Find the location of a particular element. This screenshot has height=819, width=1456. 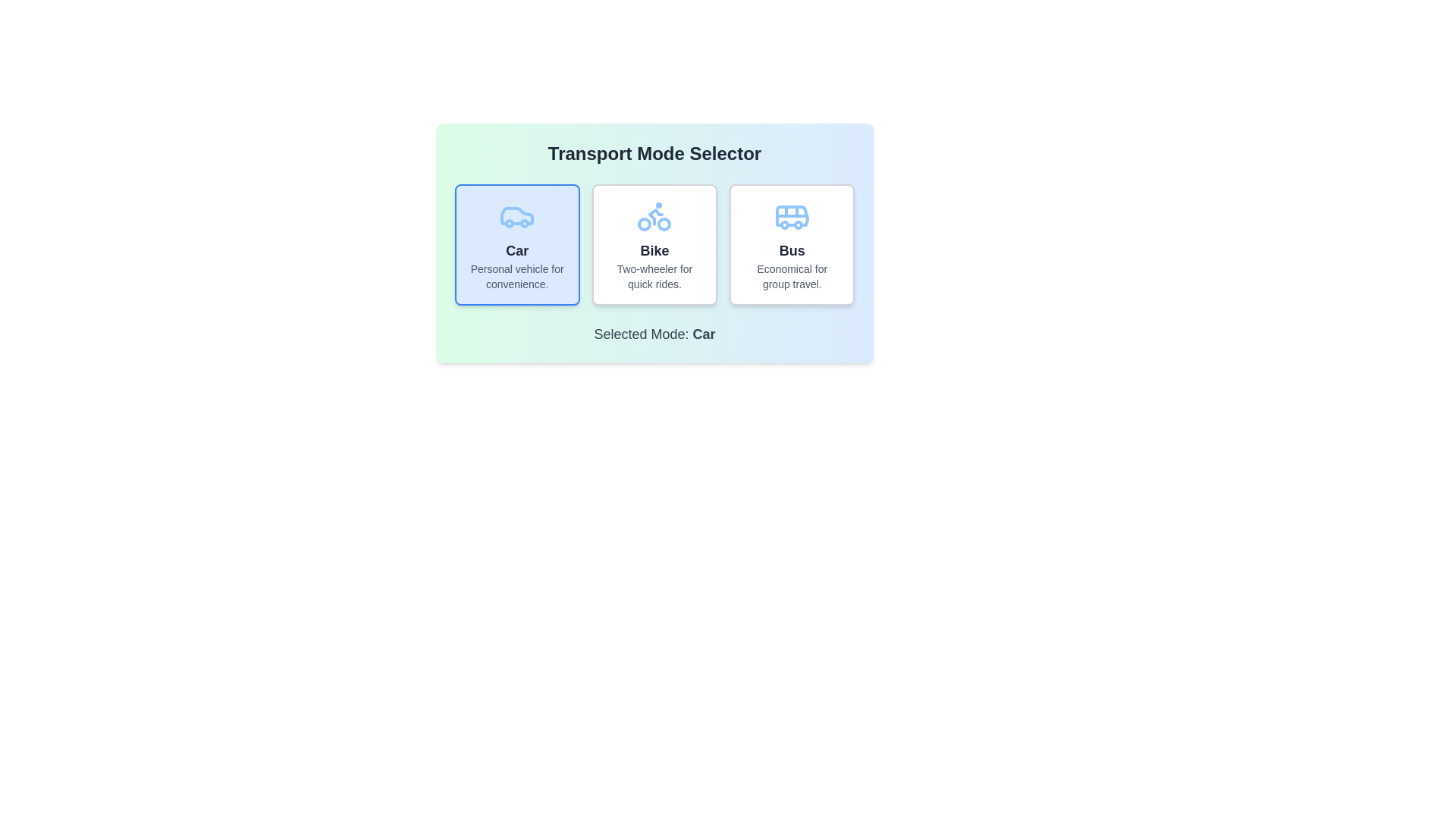

the Text Label located below the title 'Bike' in the second card of a horizontal row of three cards is located at coordinates (654, 277).